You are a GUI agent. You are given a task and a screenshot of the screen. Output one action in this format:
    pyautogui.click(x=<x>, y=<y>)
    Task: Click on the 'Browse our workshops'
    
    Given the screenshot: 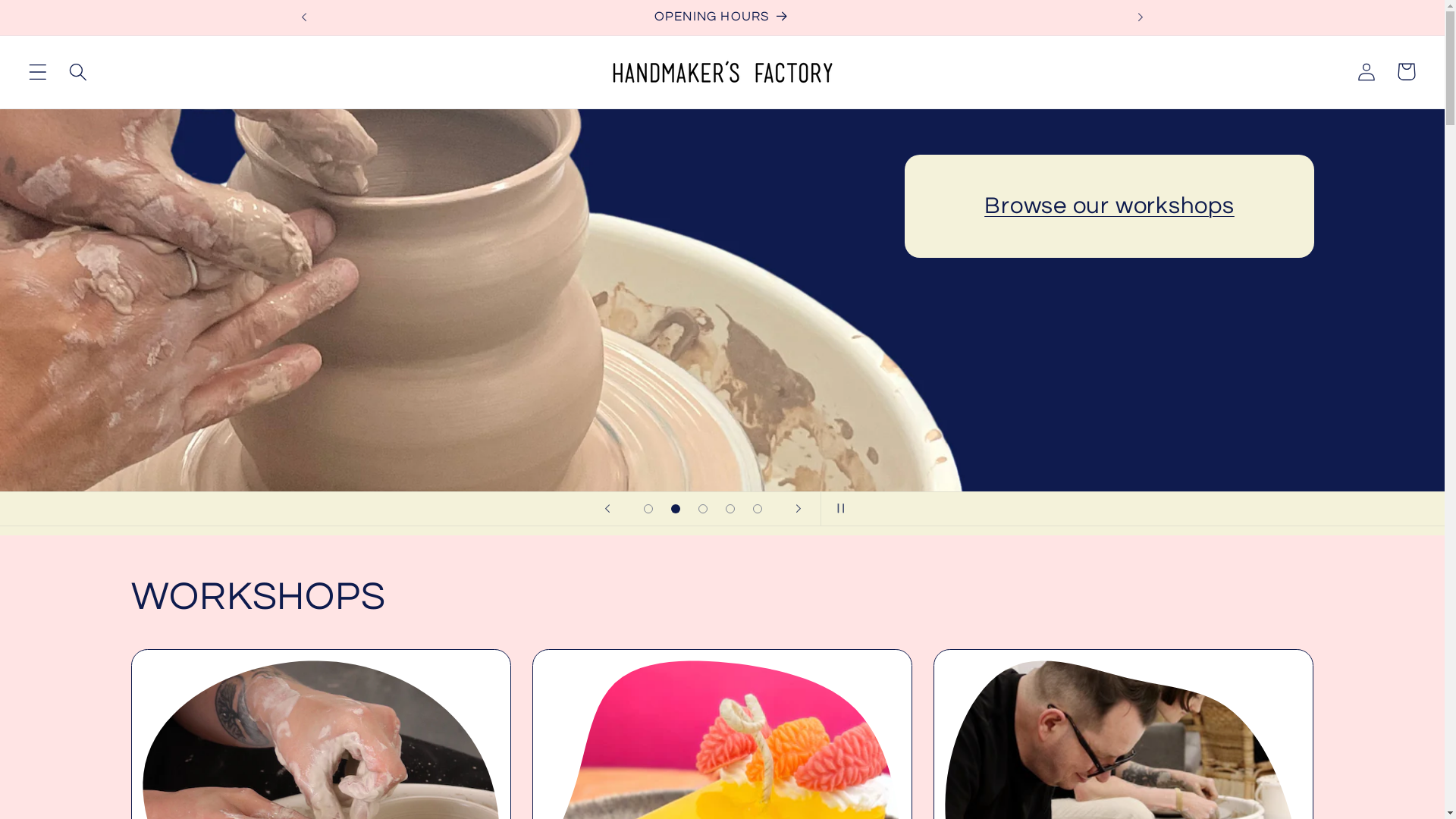 What is the action you would take?
    pyautogui.click(x=1109, y=206)
    